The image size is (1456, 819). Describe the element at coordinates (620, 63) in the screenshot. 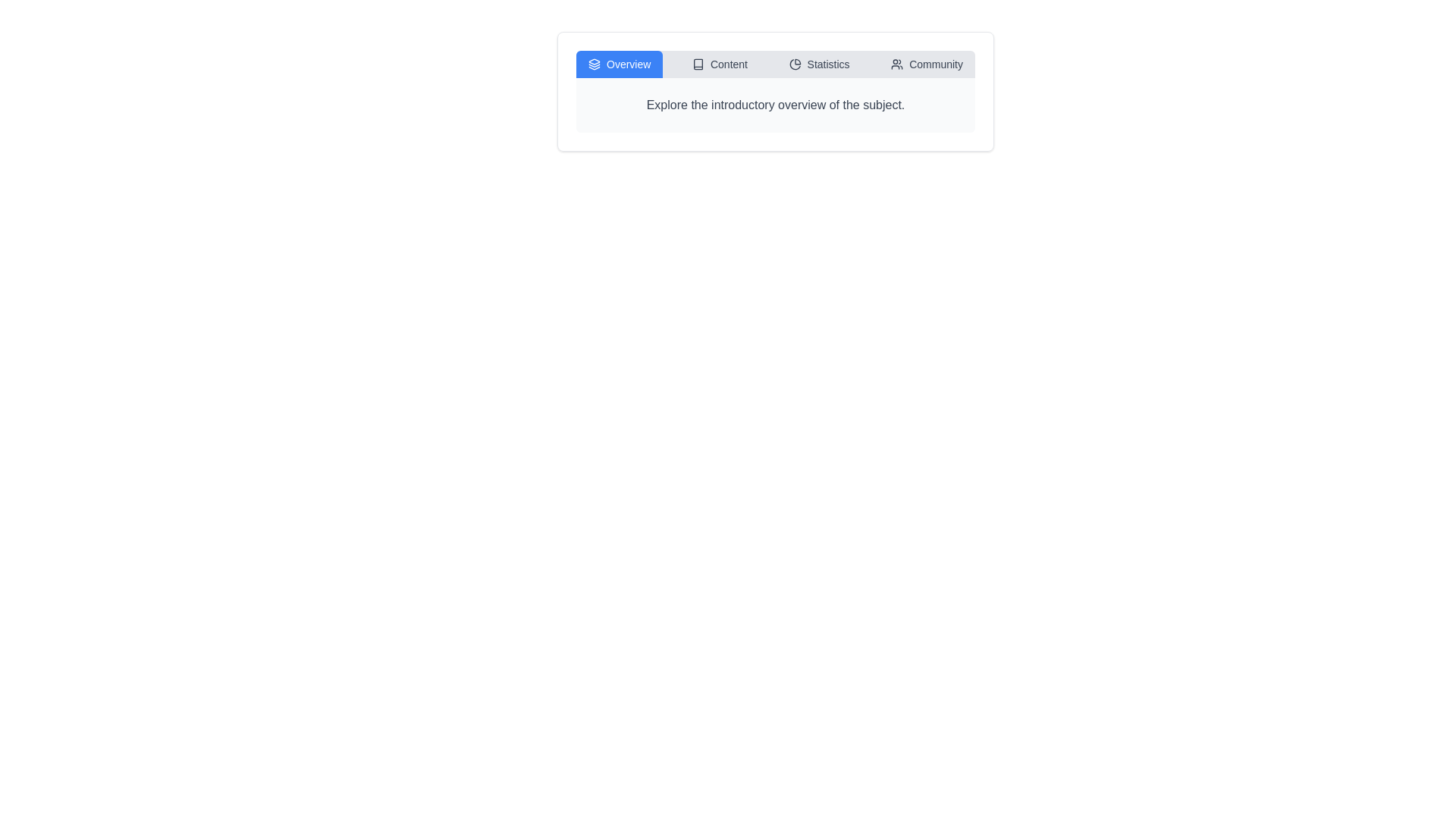

I see `the Overview tab to activate it` at that location.